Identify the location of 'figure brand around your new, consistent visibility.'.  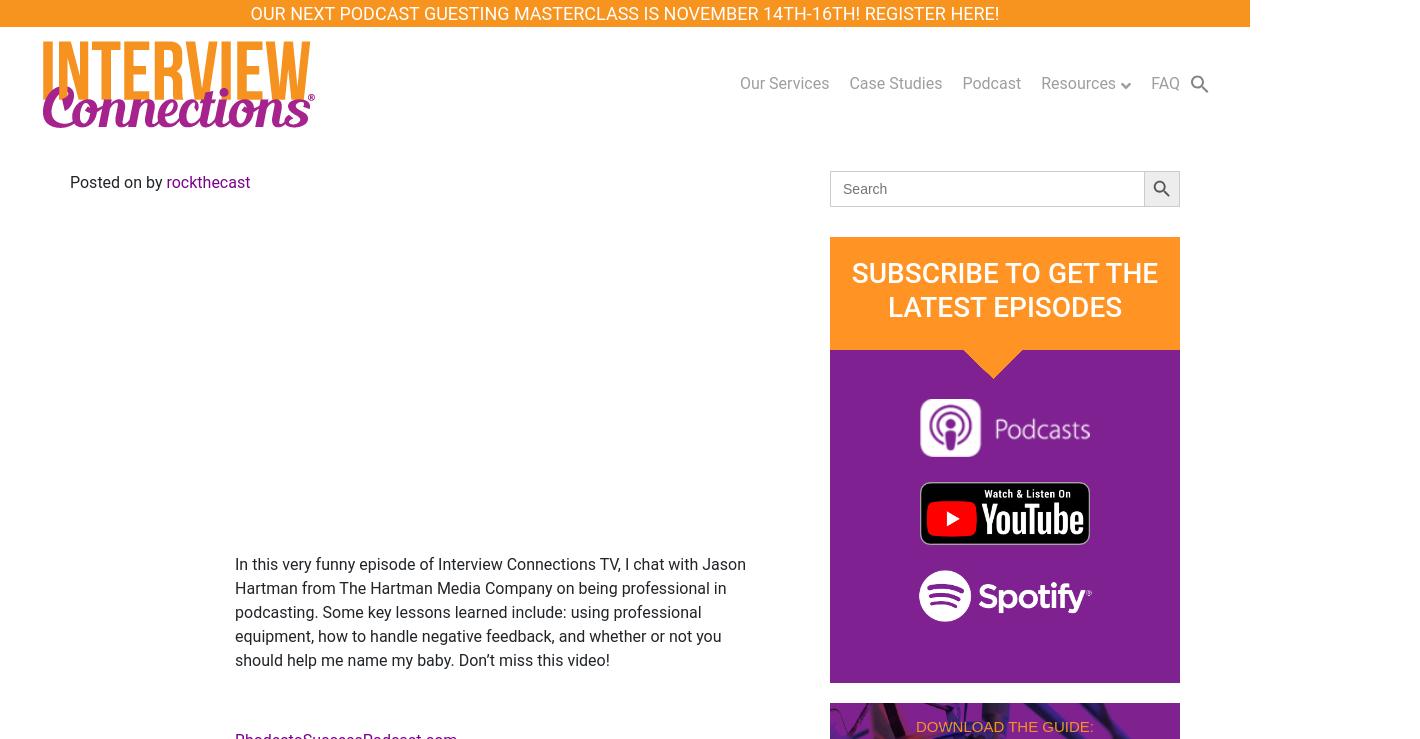
(1206, 296).